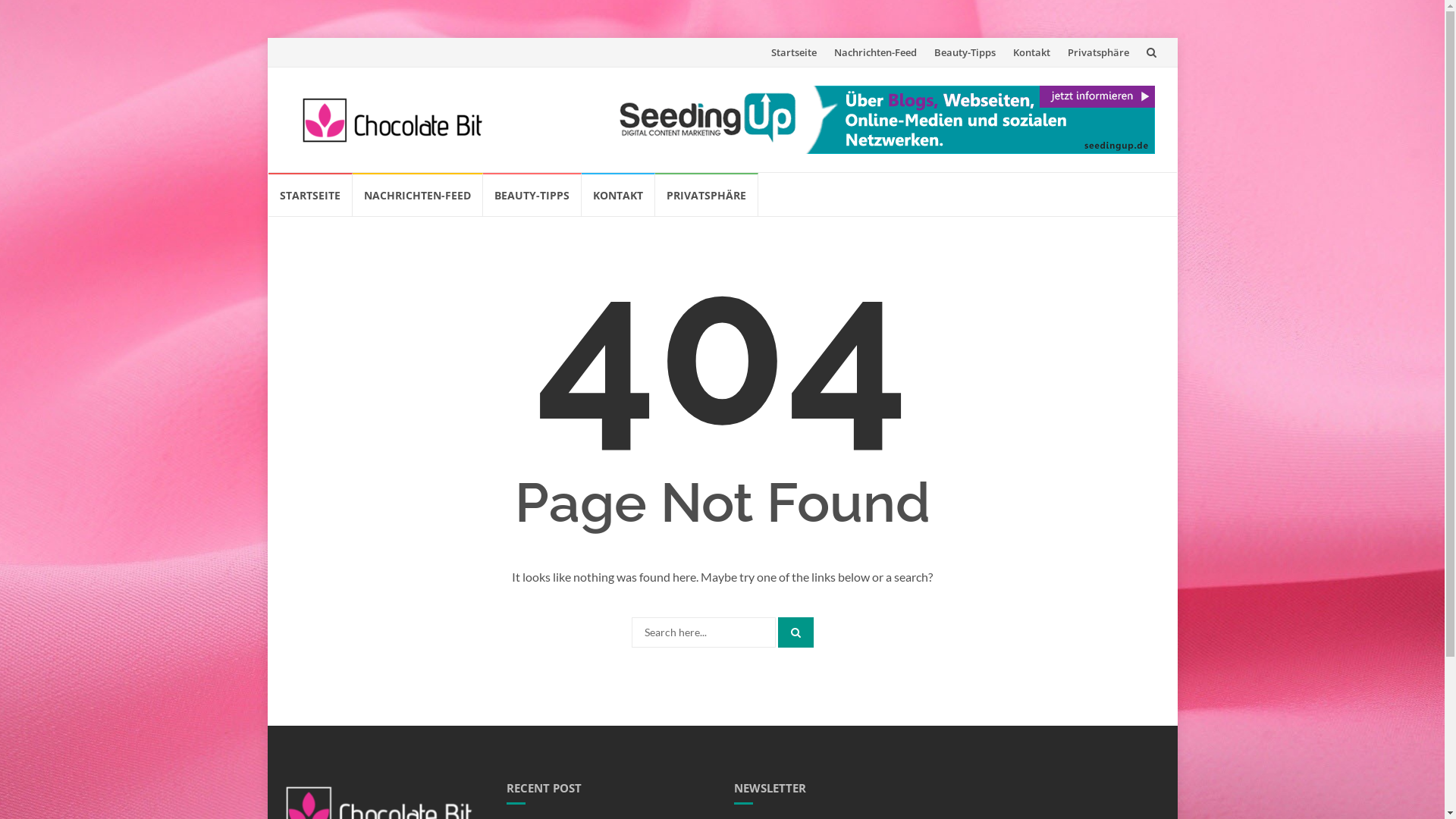 This screenshot has width=1456, height=819. I want to click on 'Kontakt', so click(1031, 52).